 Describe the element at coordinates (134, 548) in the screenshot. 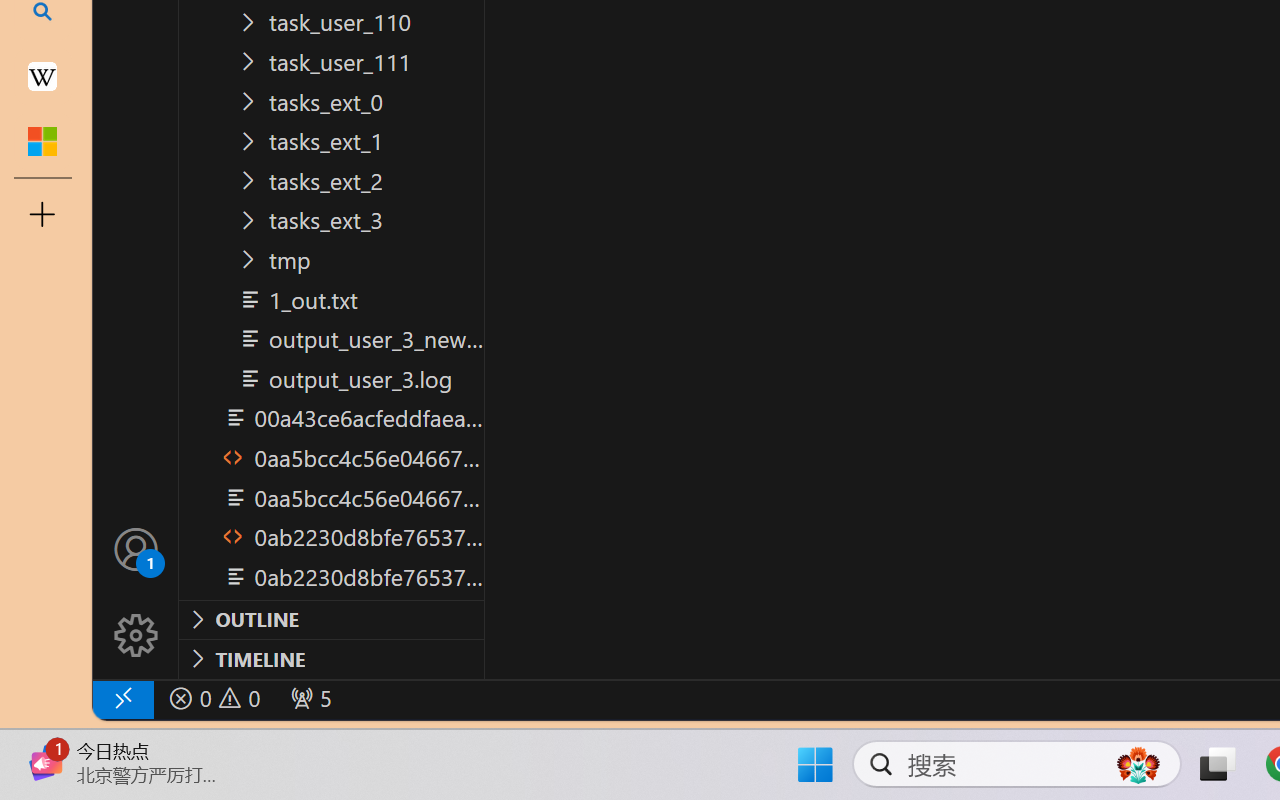

I see `'Accounts - Sign in requested'` at that location.